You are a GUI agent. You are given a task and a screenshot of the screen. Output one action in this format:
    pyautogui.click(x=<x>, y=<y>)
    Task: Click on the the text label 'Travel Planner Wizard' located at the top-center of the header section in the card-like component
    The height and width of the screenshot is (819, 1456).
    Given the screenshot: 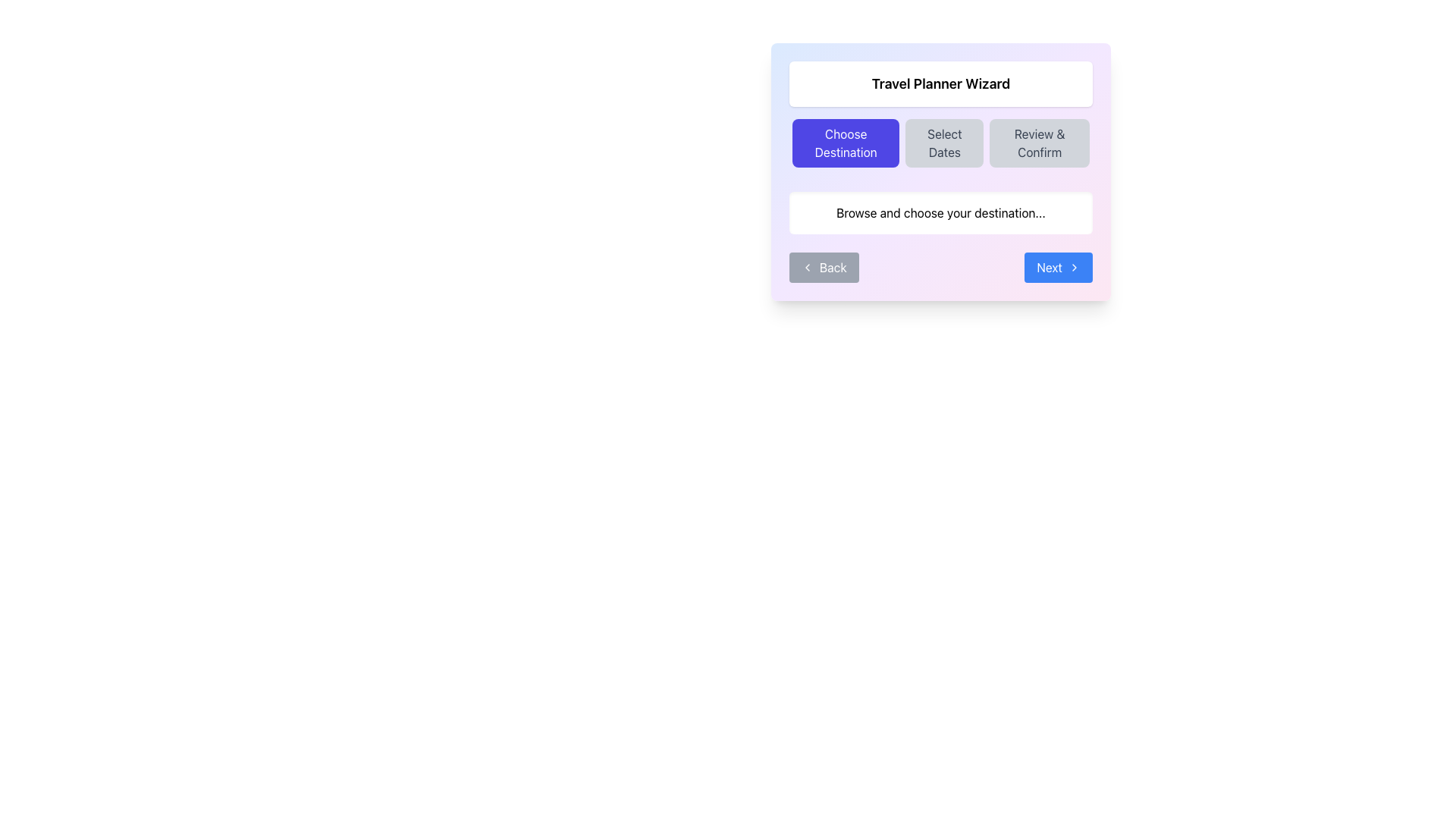 What is the action you would take?
    pyautogui.click(x=940, y=84)
    